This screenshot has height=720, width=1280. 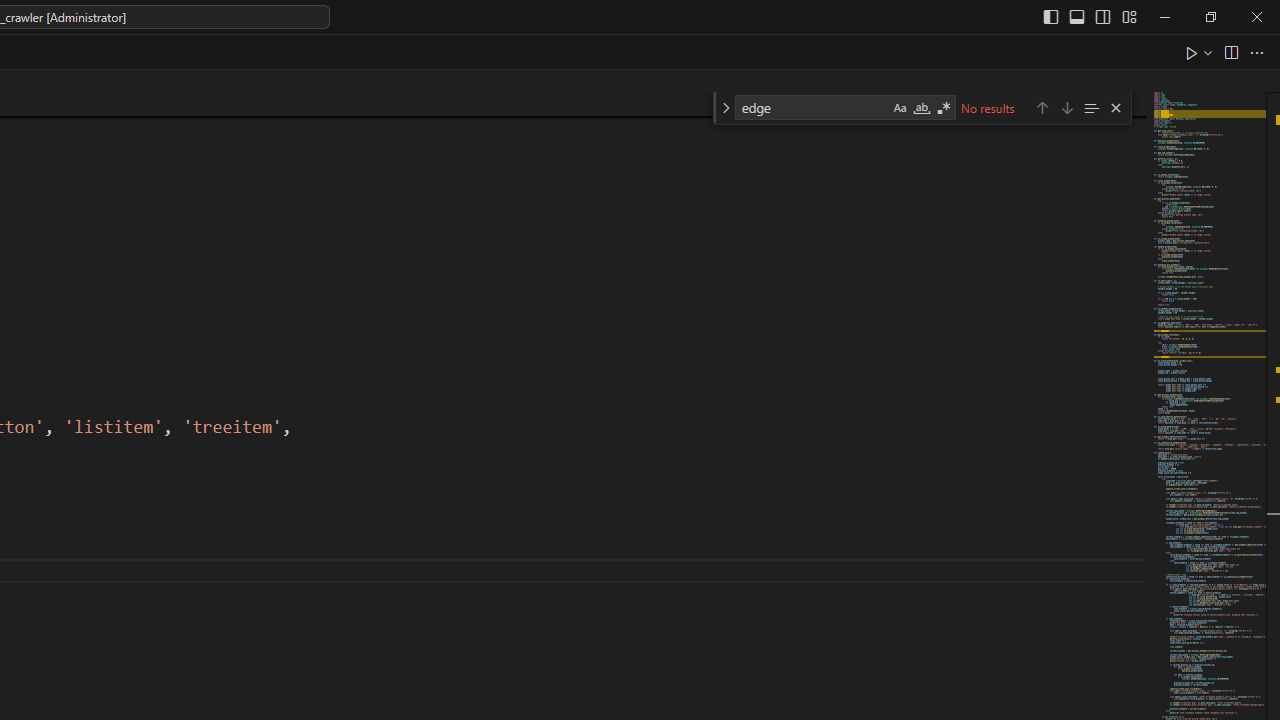 What do you see at coordinates (1209, 16) in the screenshot?
I see `'Restore'` at bounding box center [1209, 16].